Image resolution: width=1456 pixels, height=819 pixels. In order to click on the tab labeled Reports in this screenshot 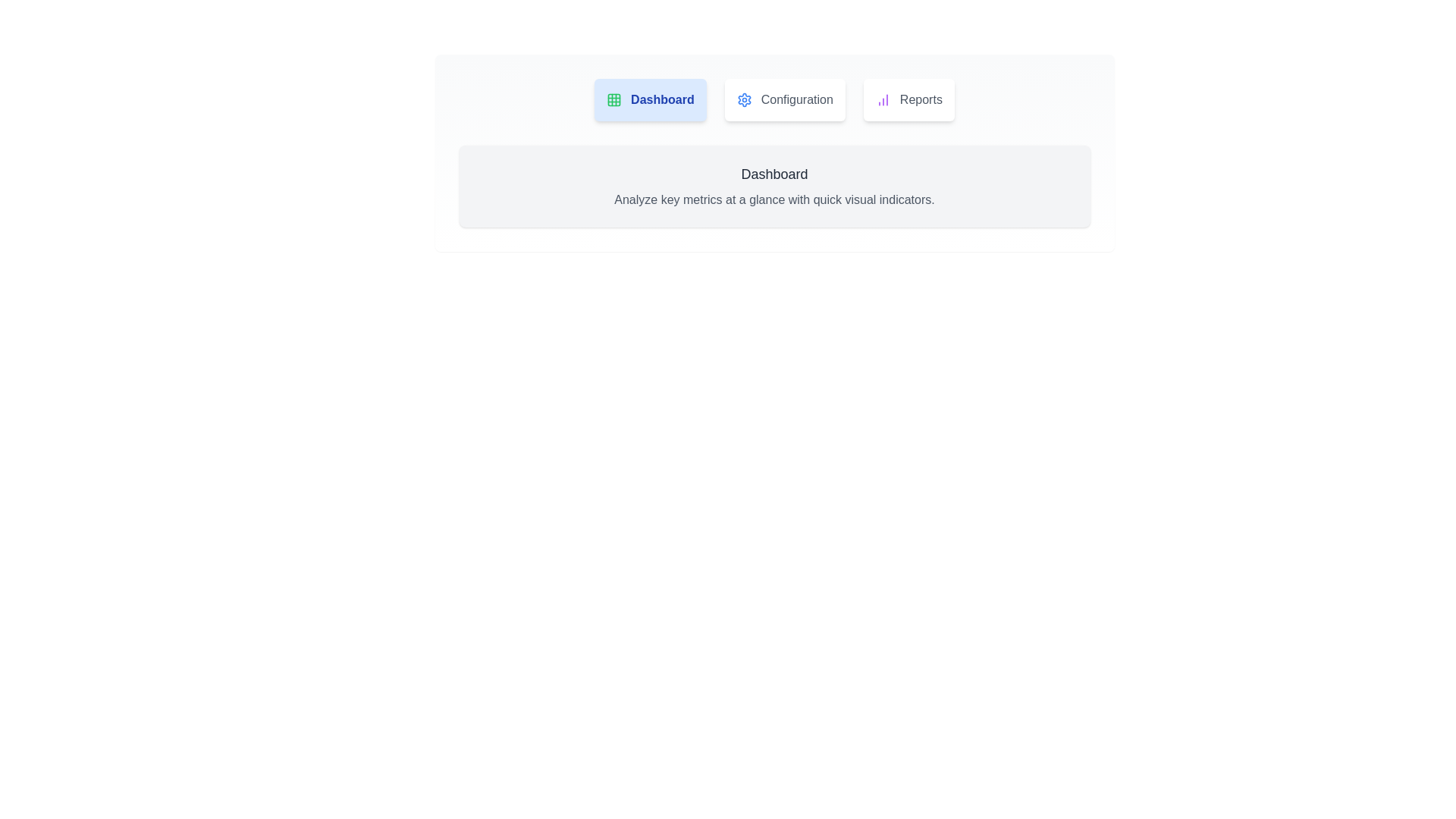, I will do `click(908, 99)`.